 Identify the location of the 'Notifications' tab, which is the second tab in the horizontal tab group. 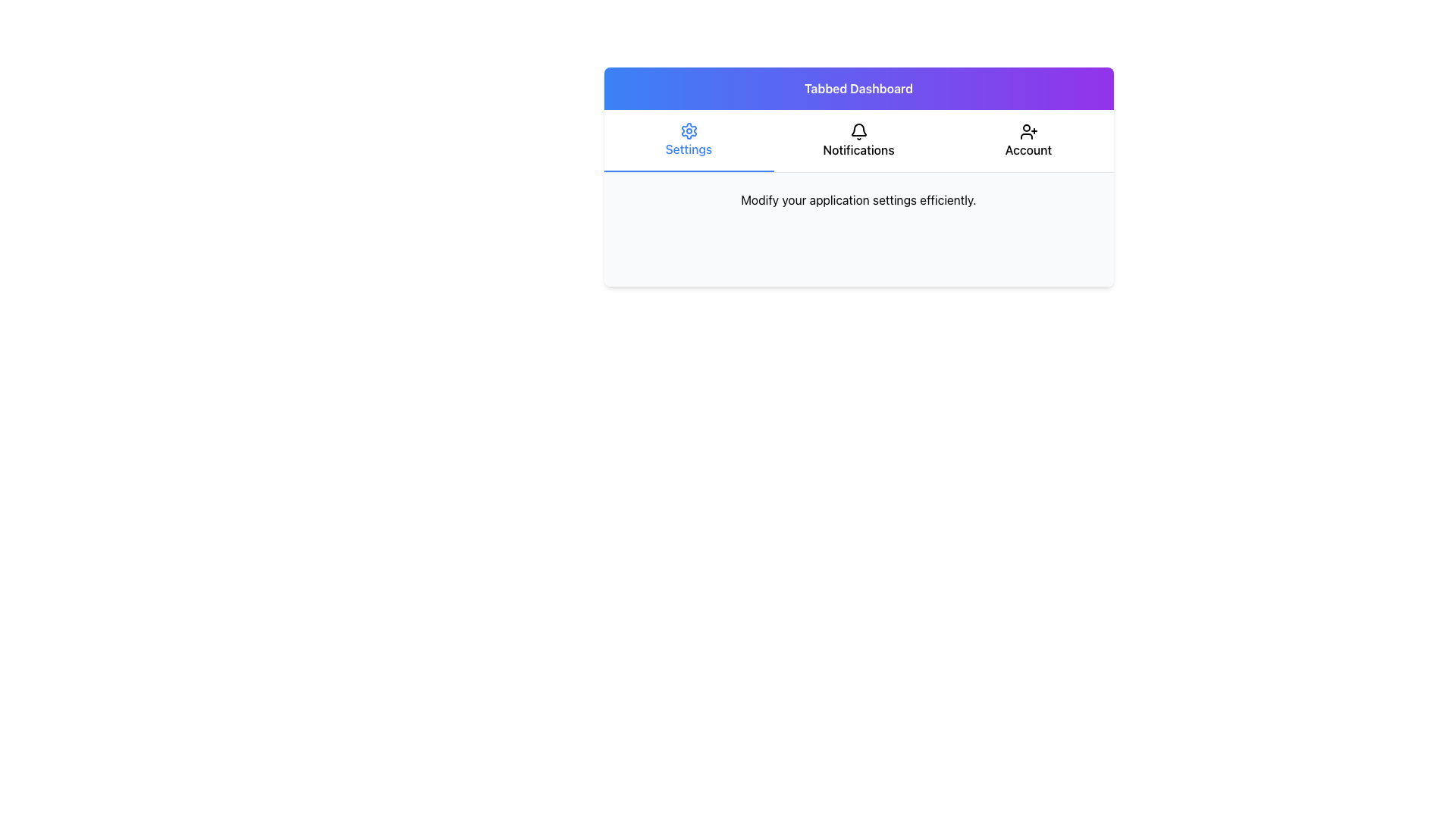
(858, 140).